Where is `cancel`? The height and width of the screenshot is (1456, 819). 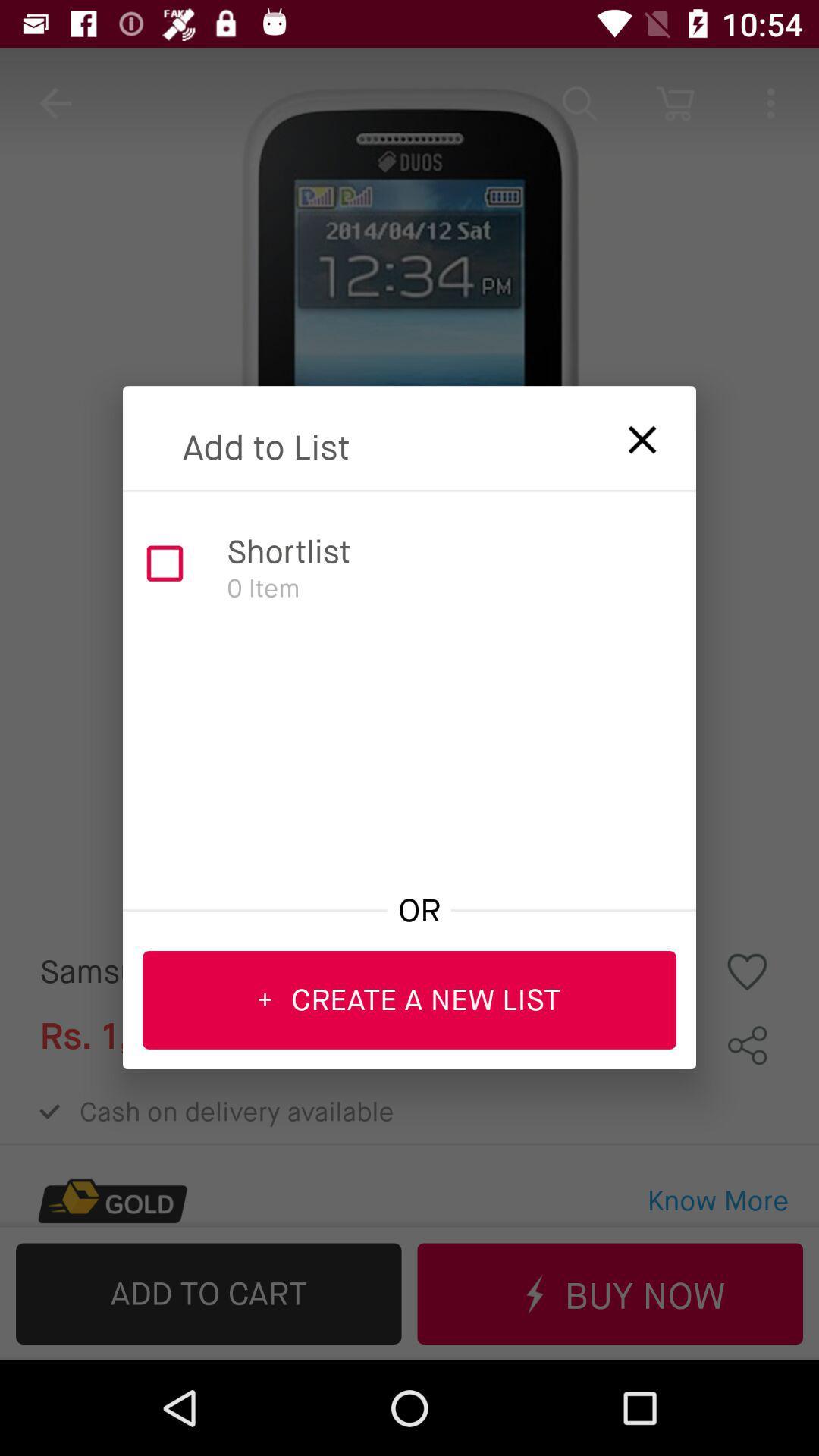 cancel is located at coordinates (632, 434).